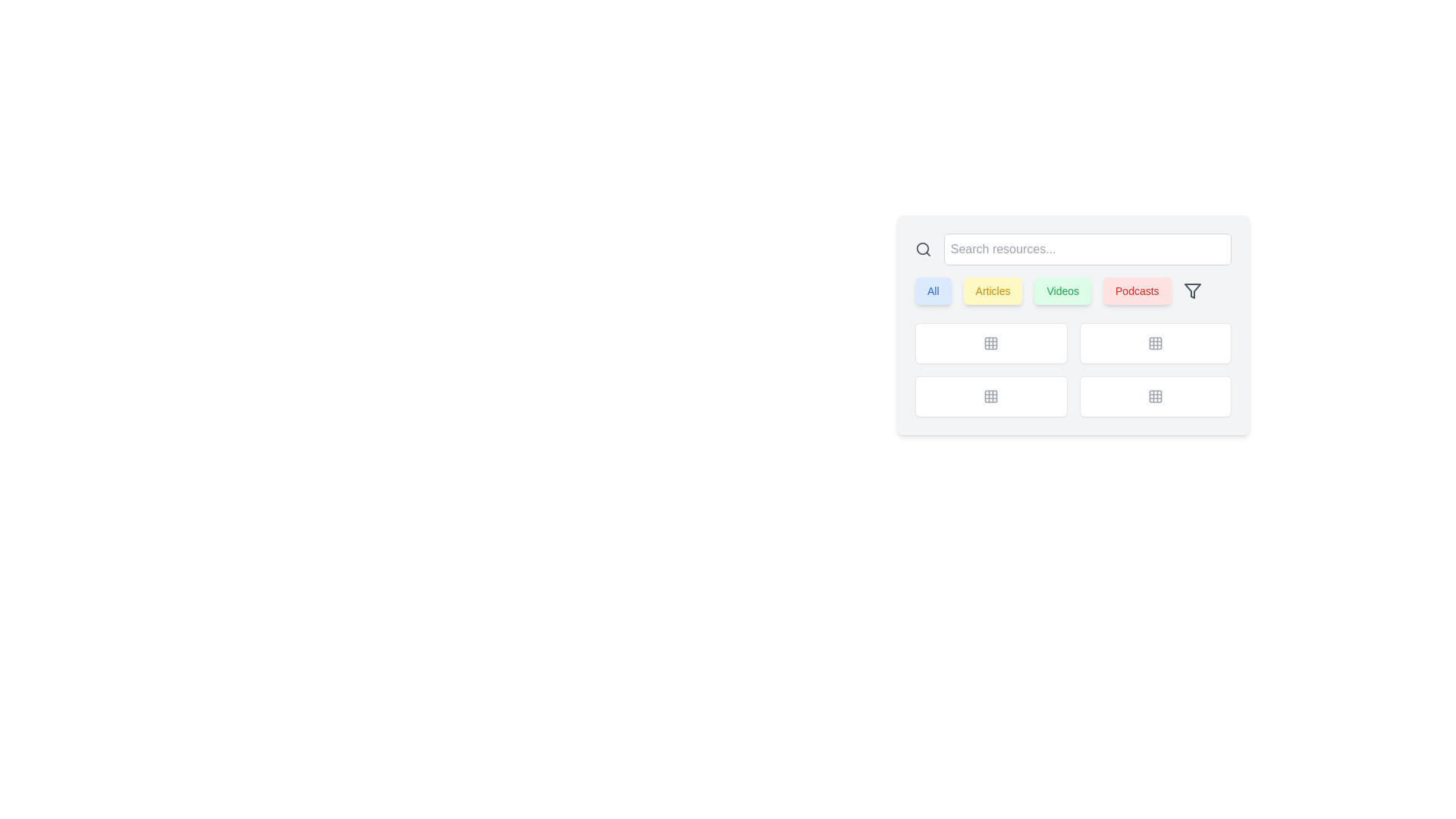 The image size is (1456, 819). I want to click on the SVG-based grid icon located in the bottom row's middle card of a 2x3 grid layout, which serves as a visual symbol for a grid or layout option, so click(991, 396).